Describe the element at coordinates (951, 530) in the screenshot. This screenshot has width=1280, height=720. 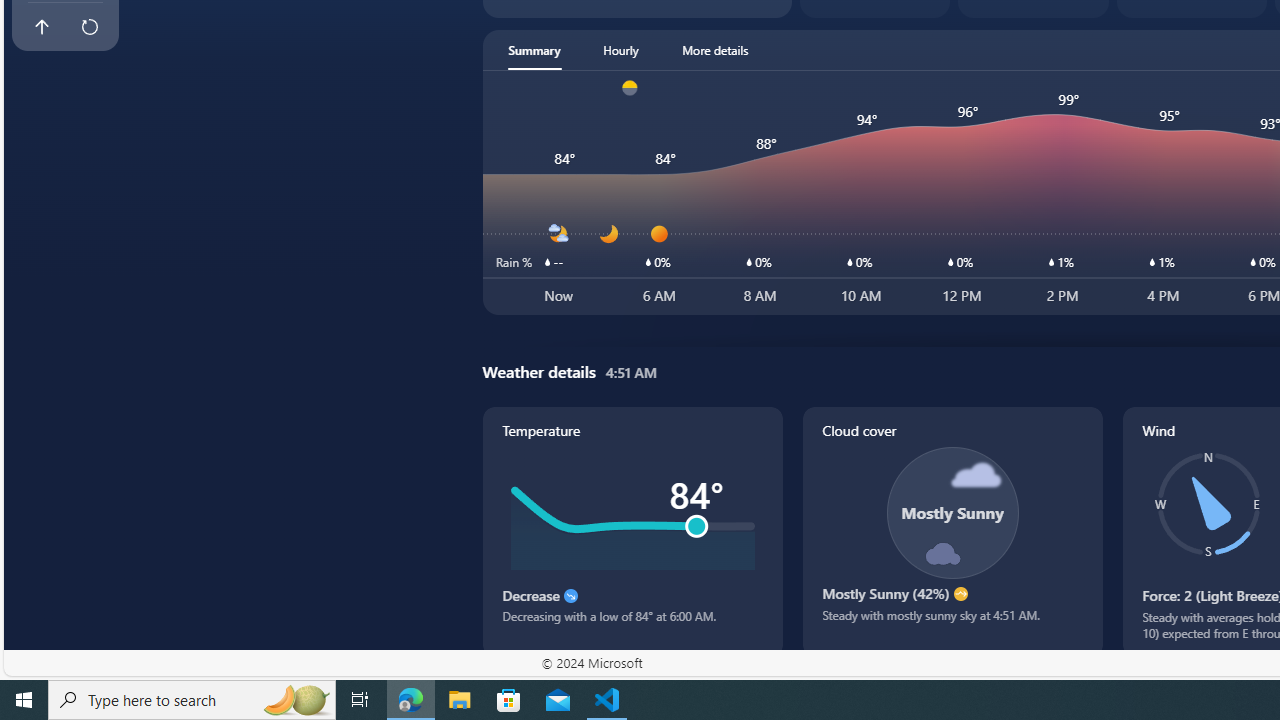
I see `'Cloud cover'` at that location.